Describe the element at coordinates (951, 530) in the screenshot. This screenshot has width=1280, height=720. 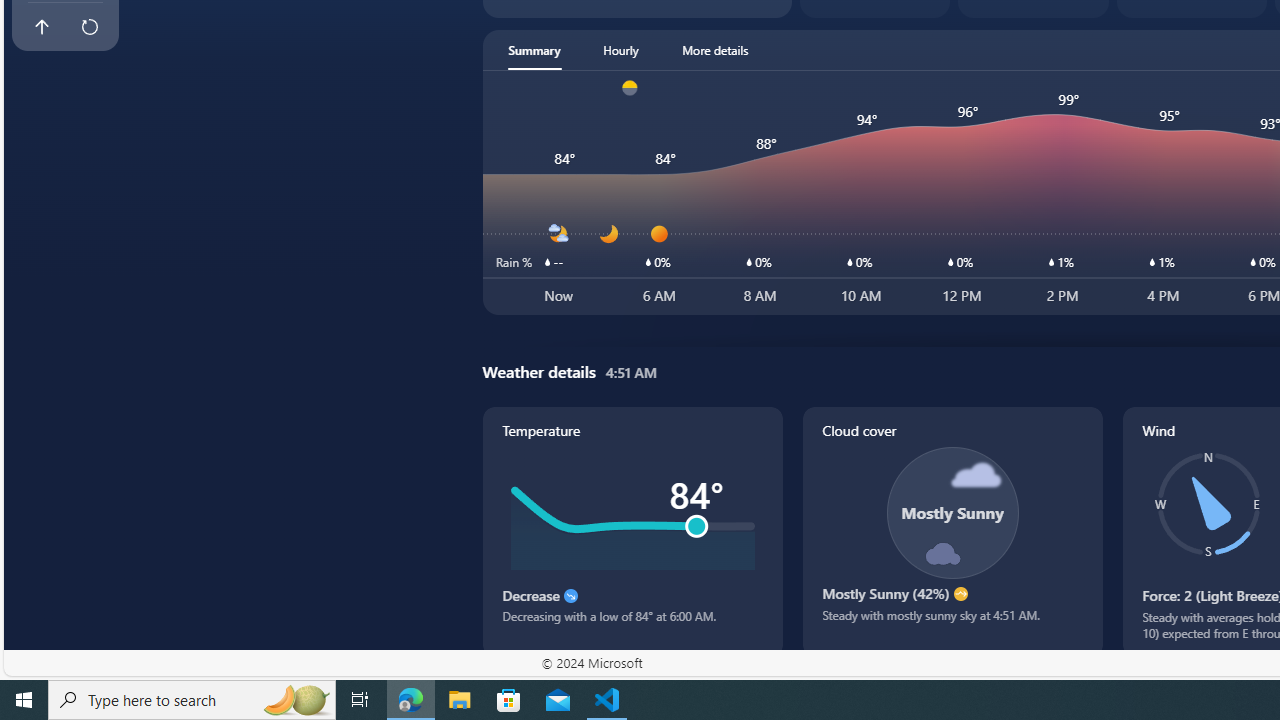
I see `'Cloud cover'` at that location.